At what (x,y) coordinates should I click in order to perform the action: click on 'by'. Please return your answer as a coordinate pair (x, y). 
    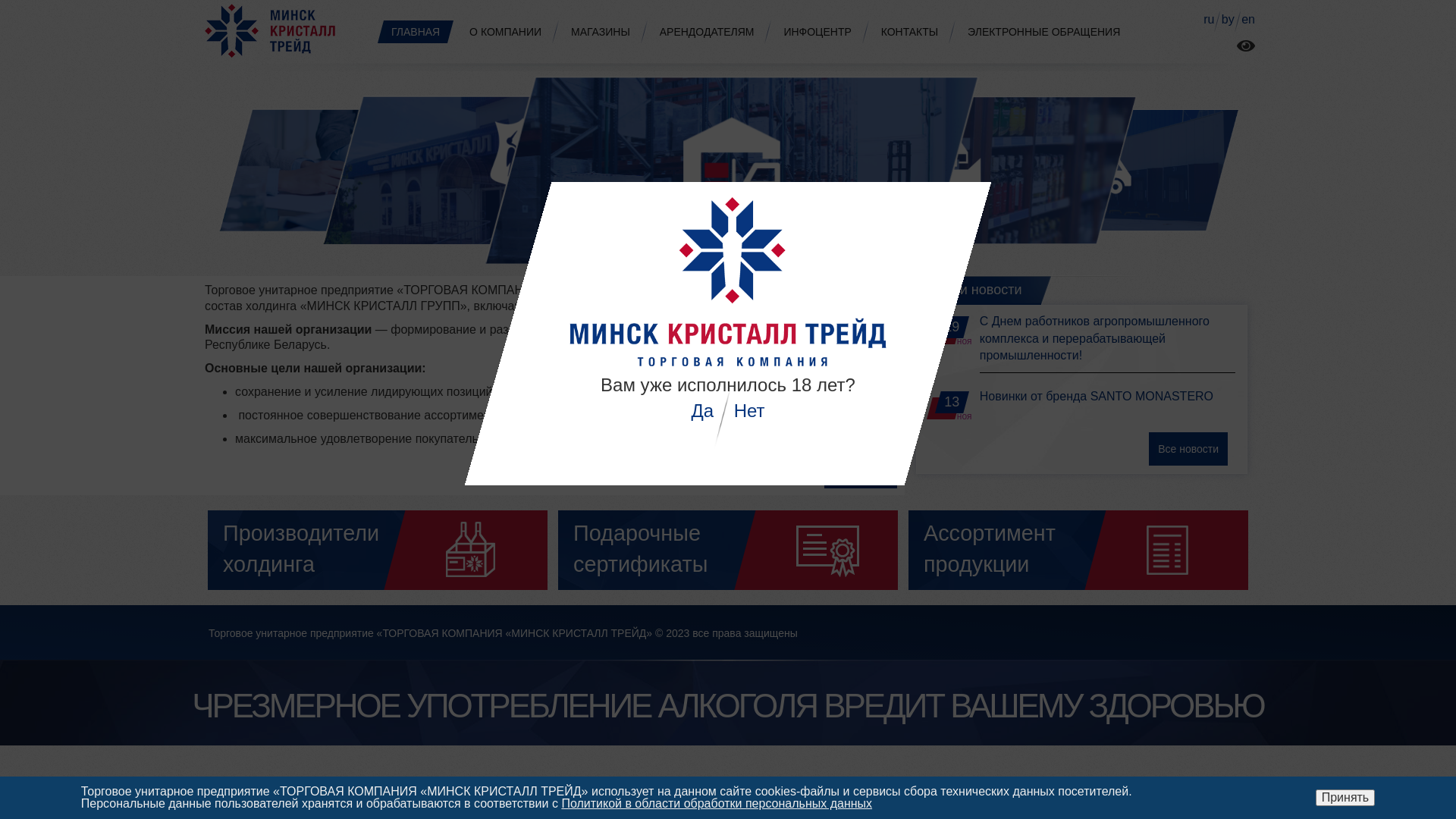
    Looking at the image, I should click on (1228, 19).